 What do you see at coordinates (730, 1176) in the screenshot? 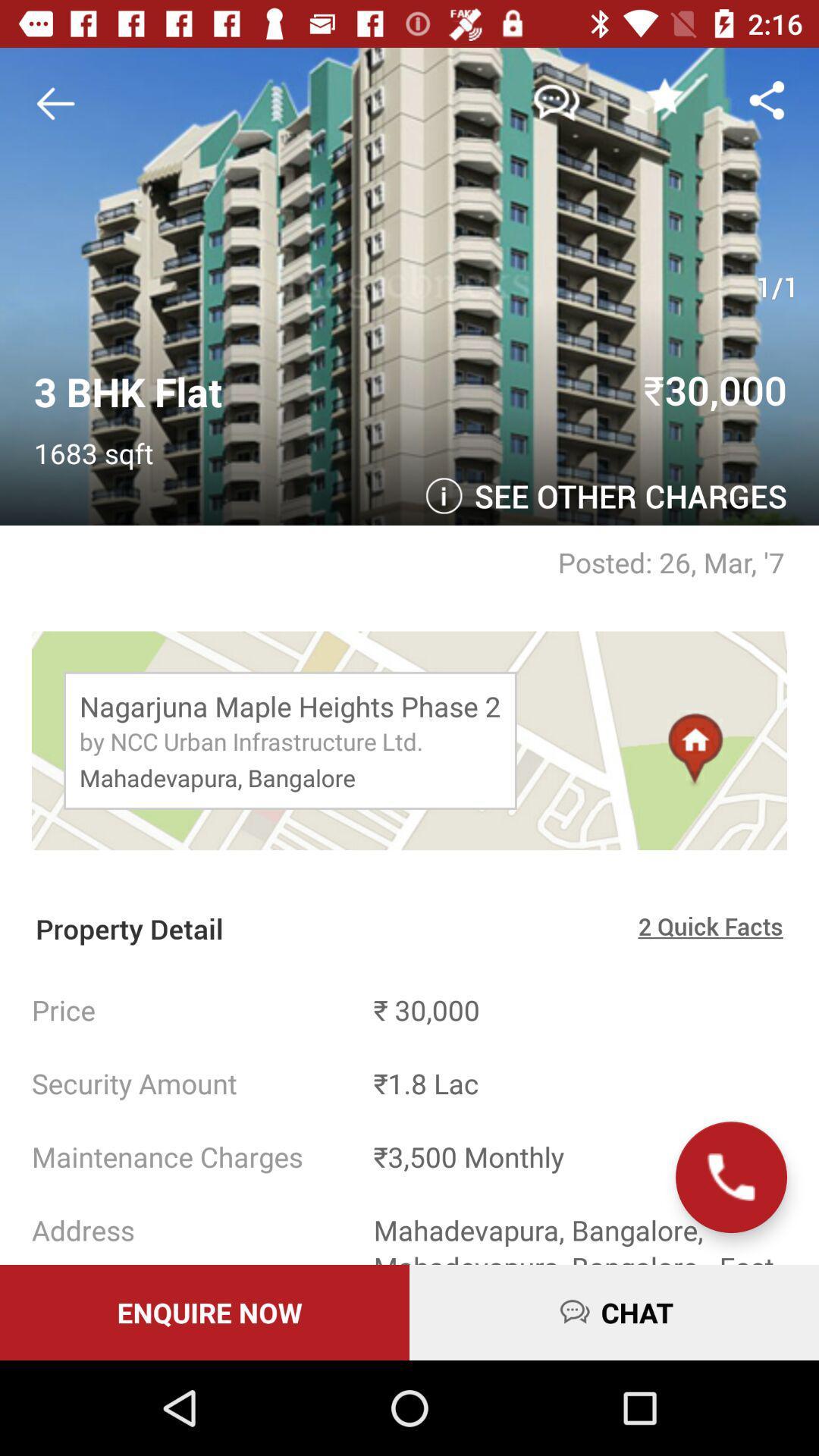
I see `the call icon` at bounding box center [730, 1176].